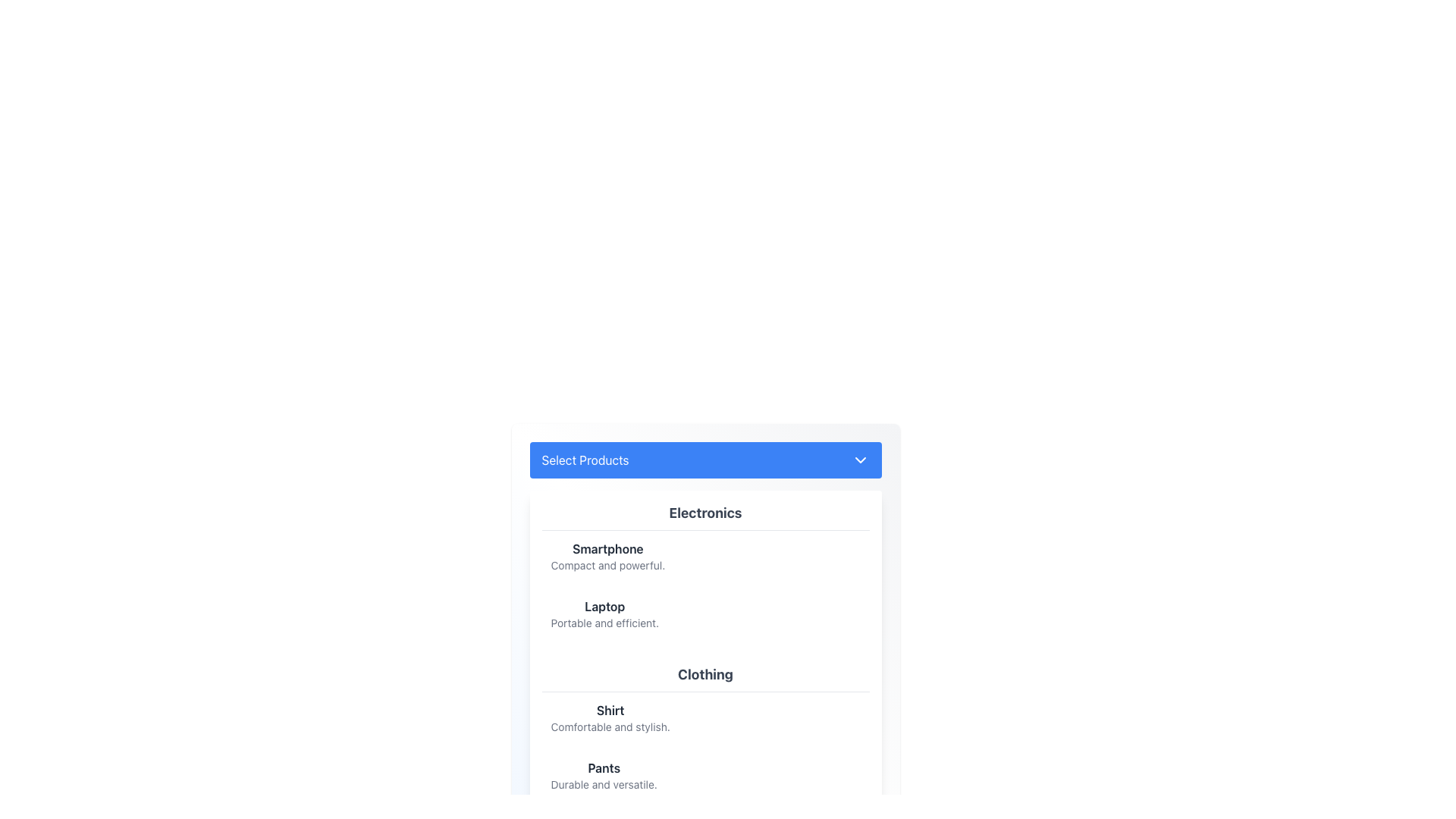  Describe the element at coordinates (704, 717) in the screenshot. I see `the clickable list item for 'Shirt' to trigger a background color change` at that location.